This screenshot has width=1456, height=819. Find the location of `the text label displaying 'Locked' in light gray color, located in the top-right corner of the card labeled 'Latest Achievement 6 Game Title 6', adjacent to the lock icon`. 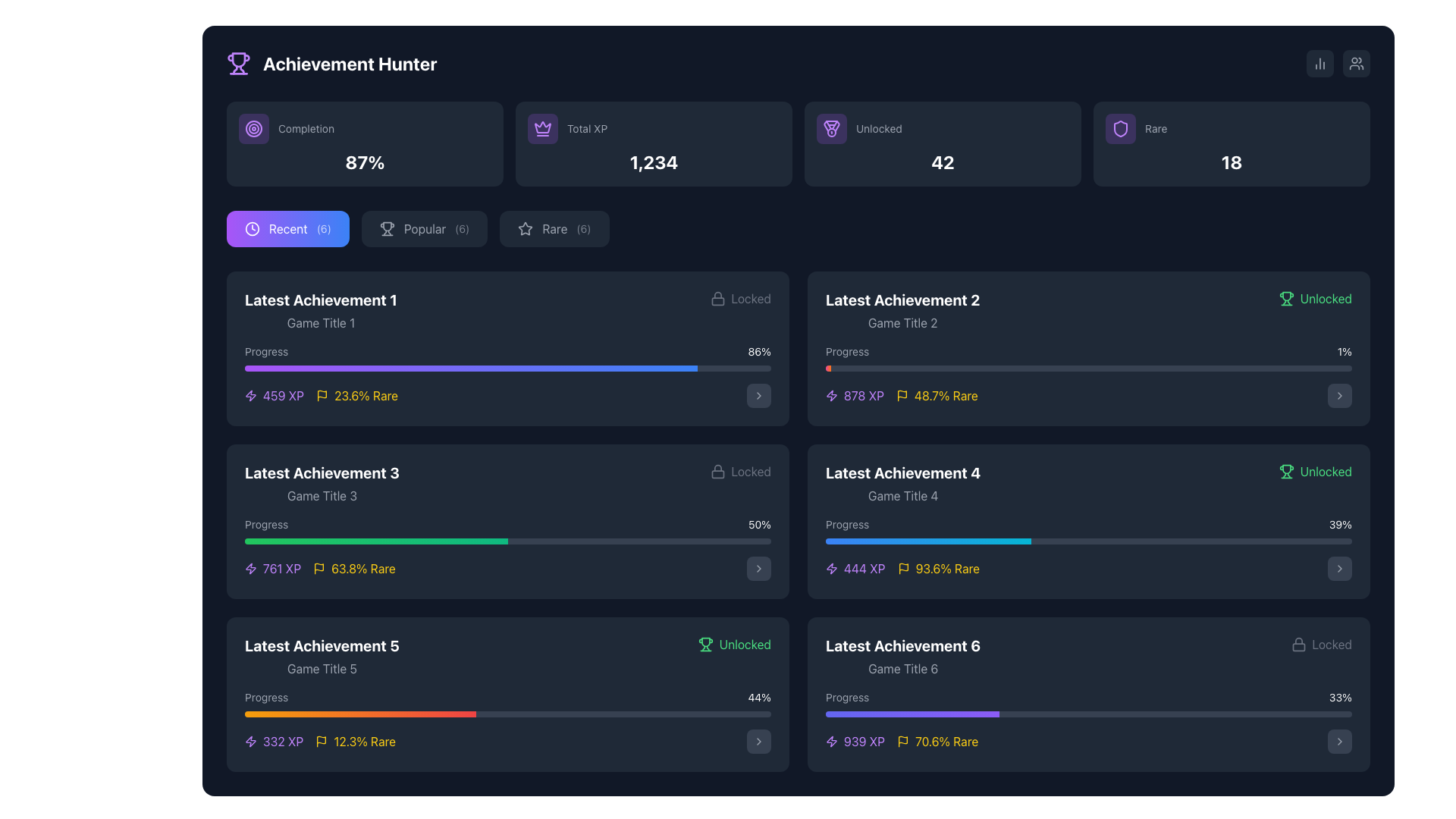

the text label displaying 'Locked' in light gray color, located in the top-right corner of the card labeled 'Latest Achievement 6 Game Title 6', adjacent to the lock icon is located at coordinates (751, 470).